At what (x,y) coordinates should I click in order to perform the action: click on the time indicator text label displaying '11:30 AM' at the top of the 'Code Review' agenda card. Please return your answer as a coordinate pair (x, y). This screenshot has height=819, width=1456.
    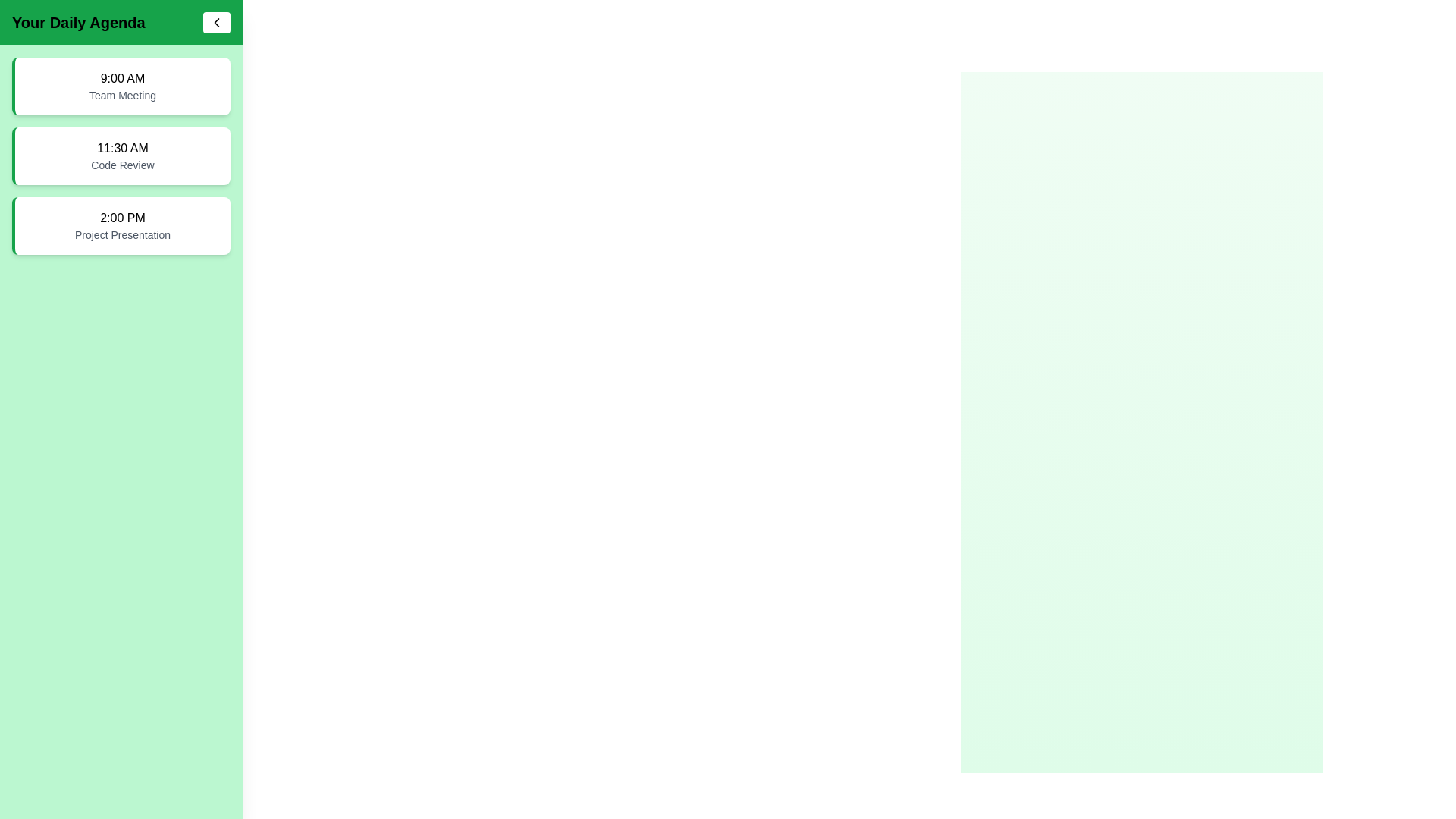
    Looking at the image, I should click on (123, 149).